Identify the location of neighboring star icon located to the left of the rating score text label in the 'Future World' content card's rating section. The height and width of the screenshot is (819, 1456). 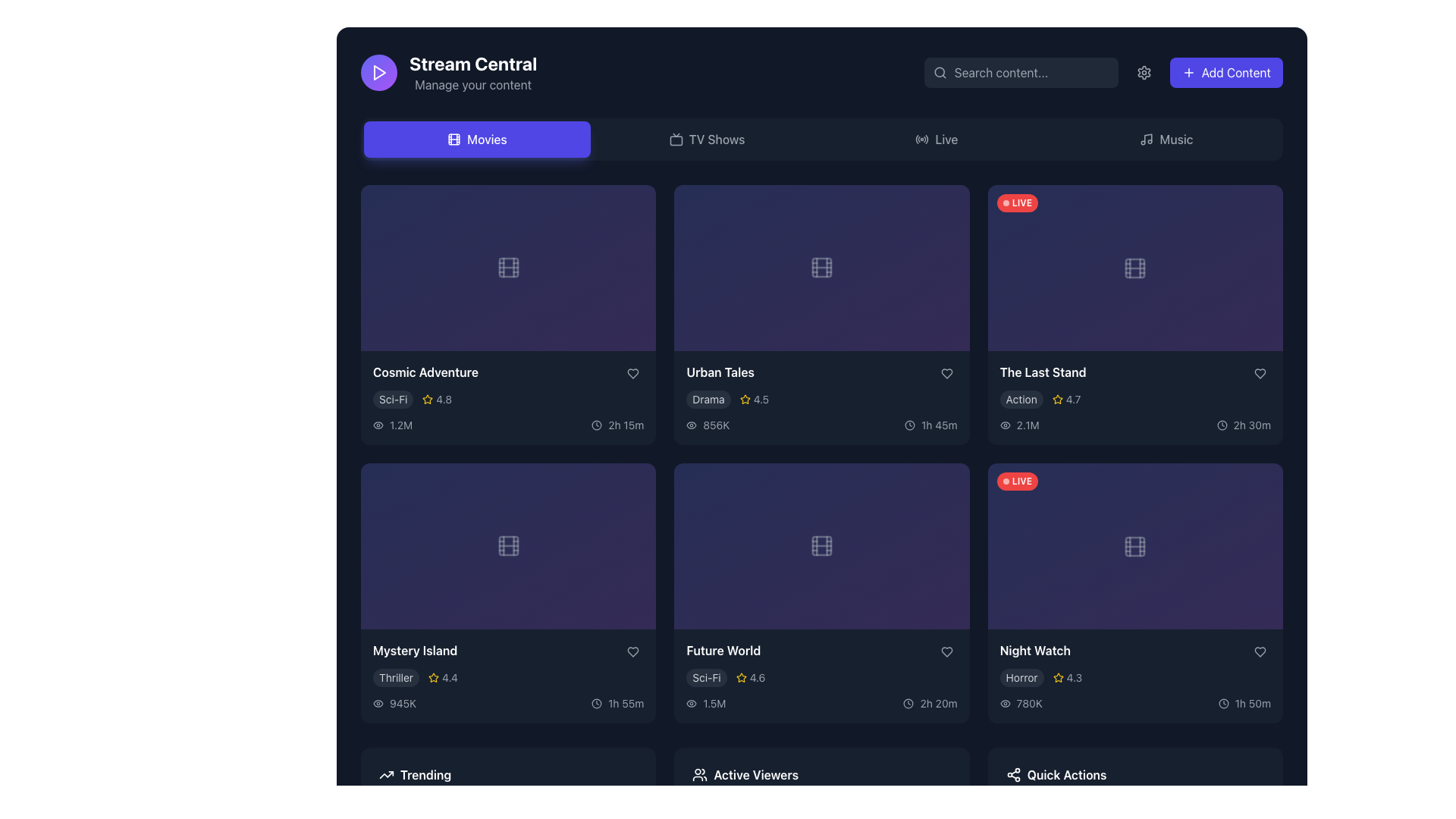
(750, 677).